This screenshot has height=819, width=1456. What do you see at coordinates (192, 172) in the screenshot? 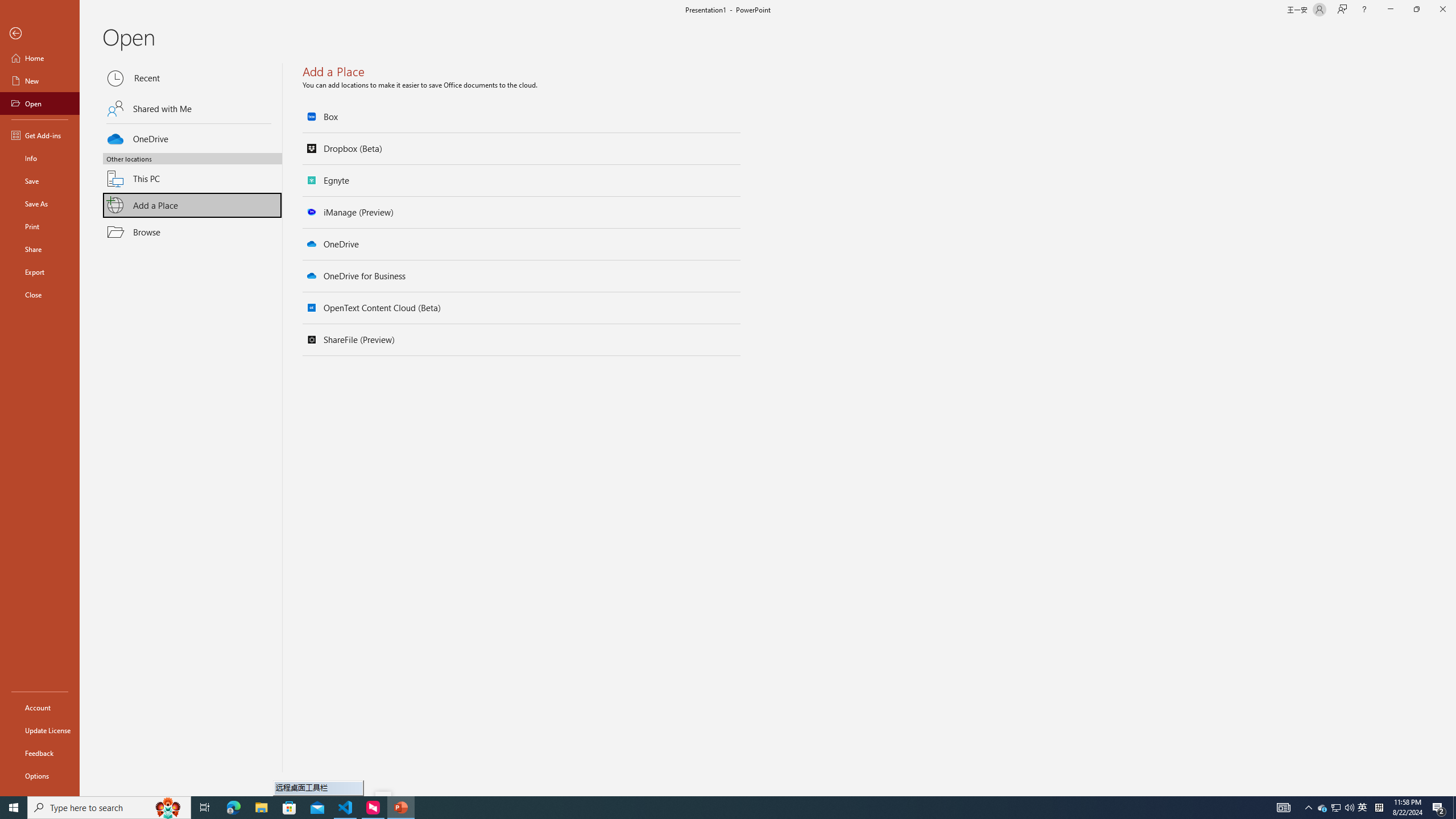
I see `'This PC'` at bounding box center [192, 172].